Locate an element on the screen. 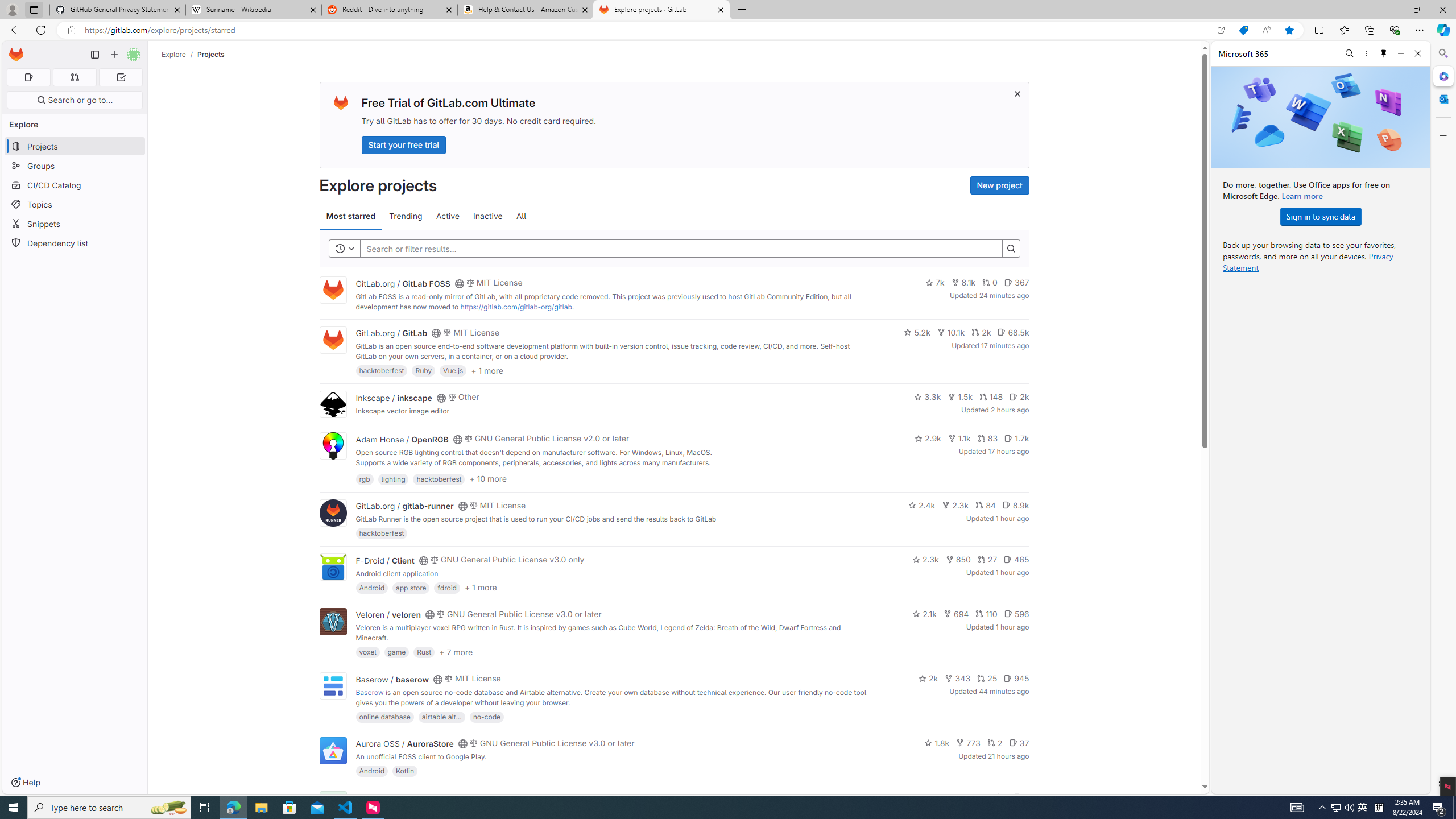 The image size is (1456, 819). 'Primary navigation sidebar' is located at coordinates (94, 54).